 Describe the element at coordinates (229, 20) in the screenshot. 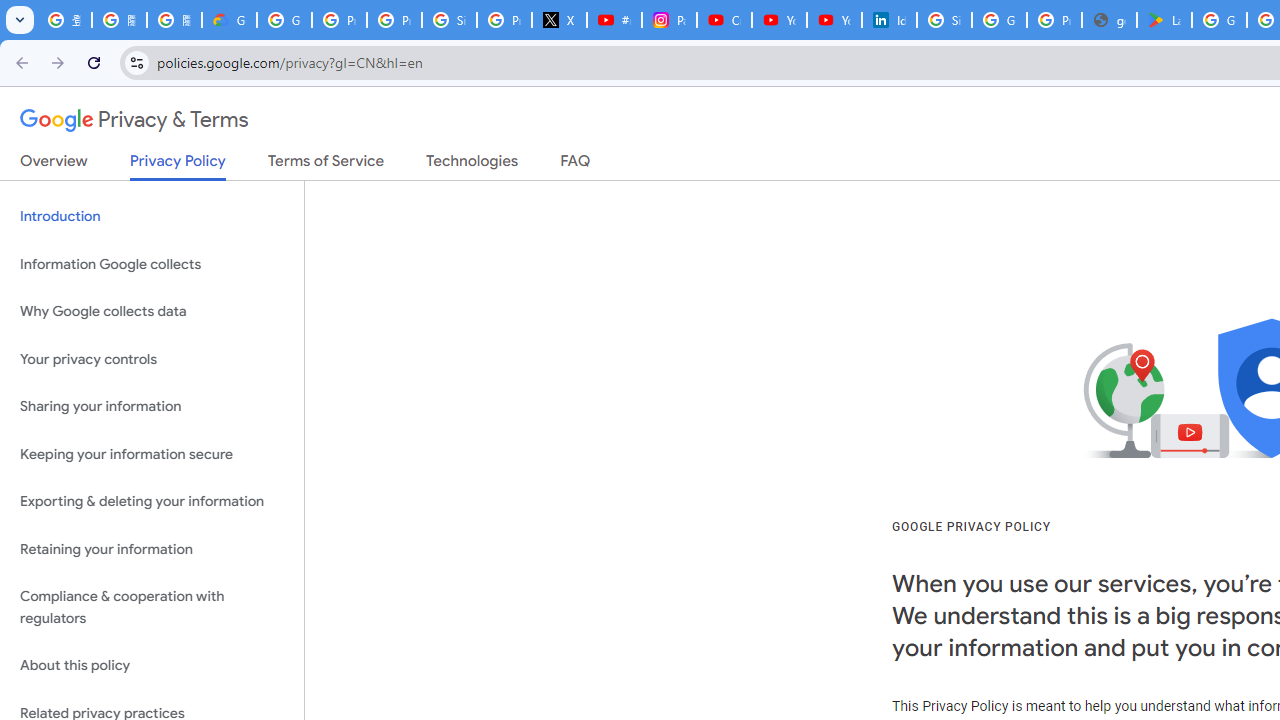

I see `'Google Cloud Privacy Notice'` at that location.